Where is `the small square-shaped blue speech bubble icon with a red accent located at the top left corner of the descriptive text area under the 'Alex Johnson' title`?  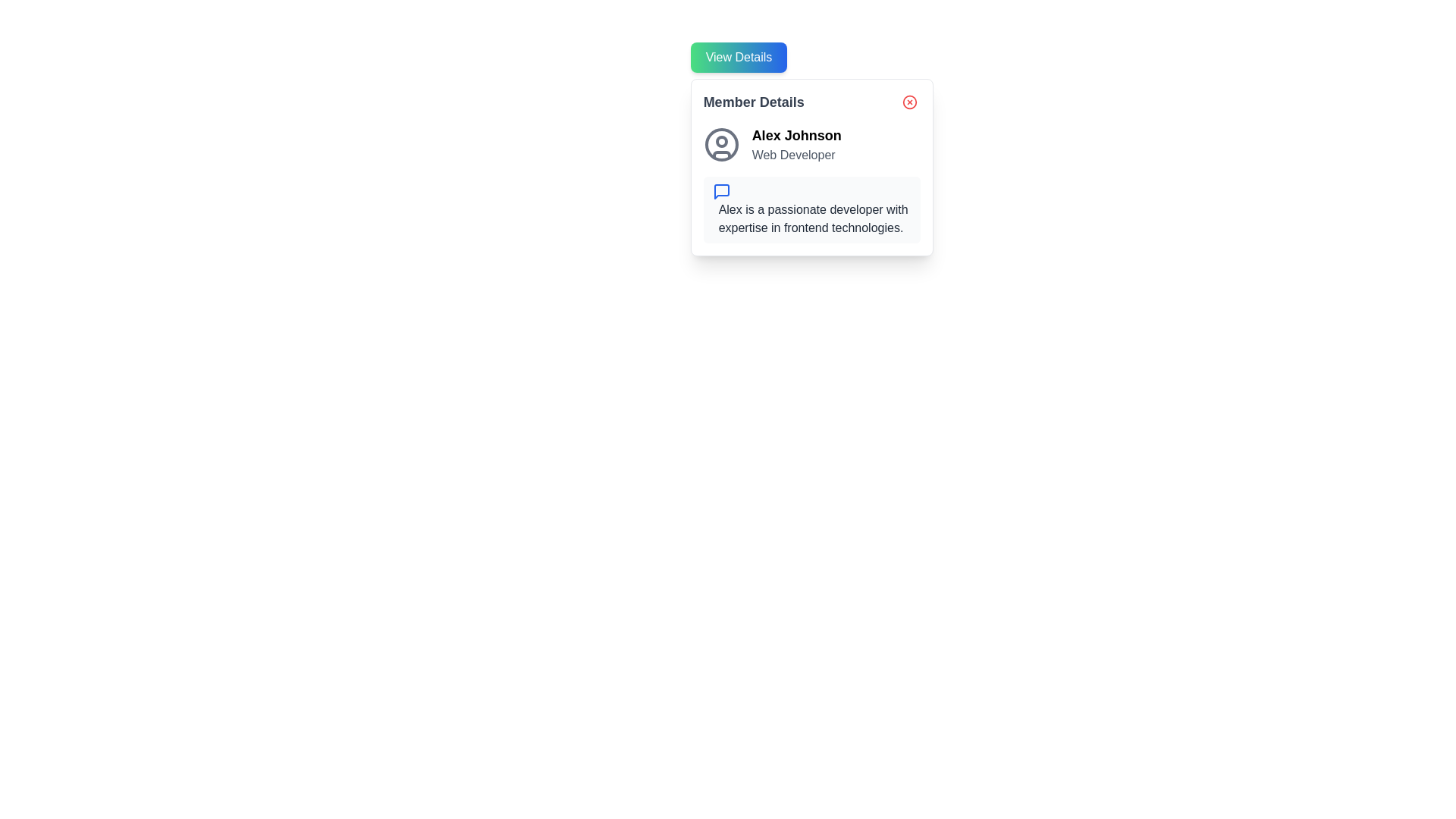 the small square-shaped blue speech bubble icon with a red accent located at the top left corner of the descriptive text area under the 'Alex Johnson' title is located at coordinates (720, 191).